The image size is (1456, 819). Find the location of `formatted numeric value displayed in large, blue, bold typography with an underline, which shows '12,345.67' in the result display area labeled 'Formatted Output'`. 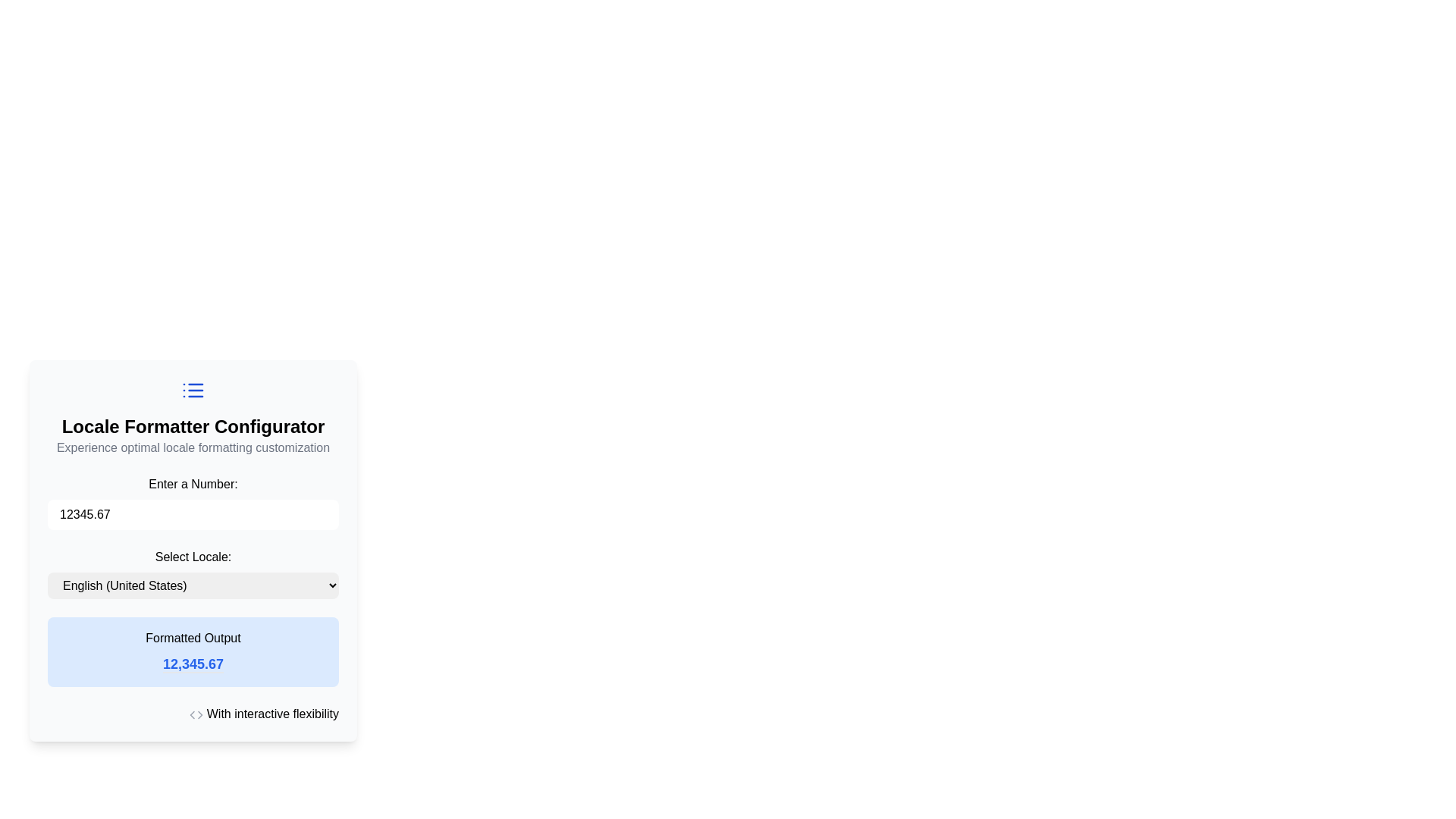

formatted numeric value displayed in large, blue, bold typography with an underline, which shows '12,345.67' in the result display area labeled 'Formatted Output' is located at coordinates (192, 664).